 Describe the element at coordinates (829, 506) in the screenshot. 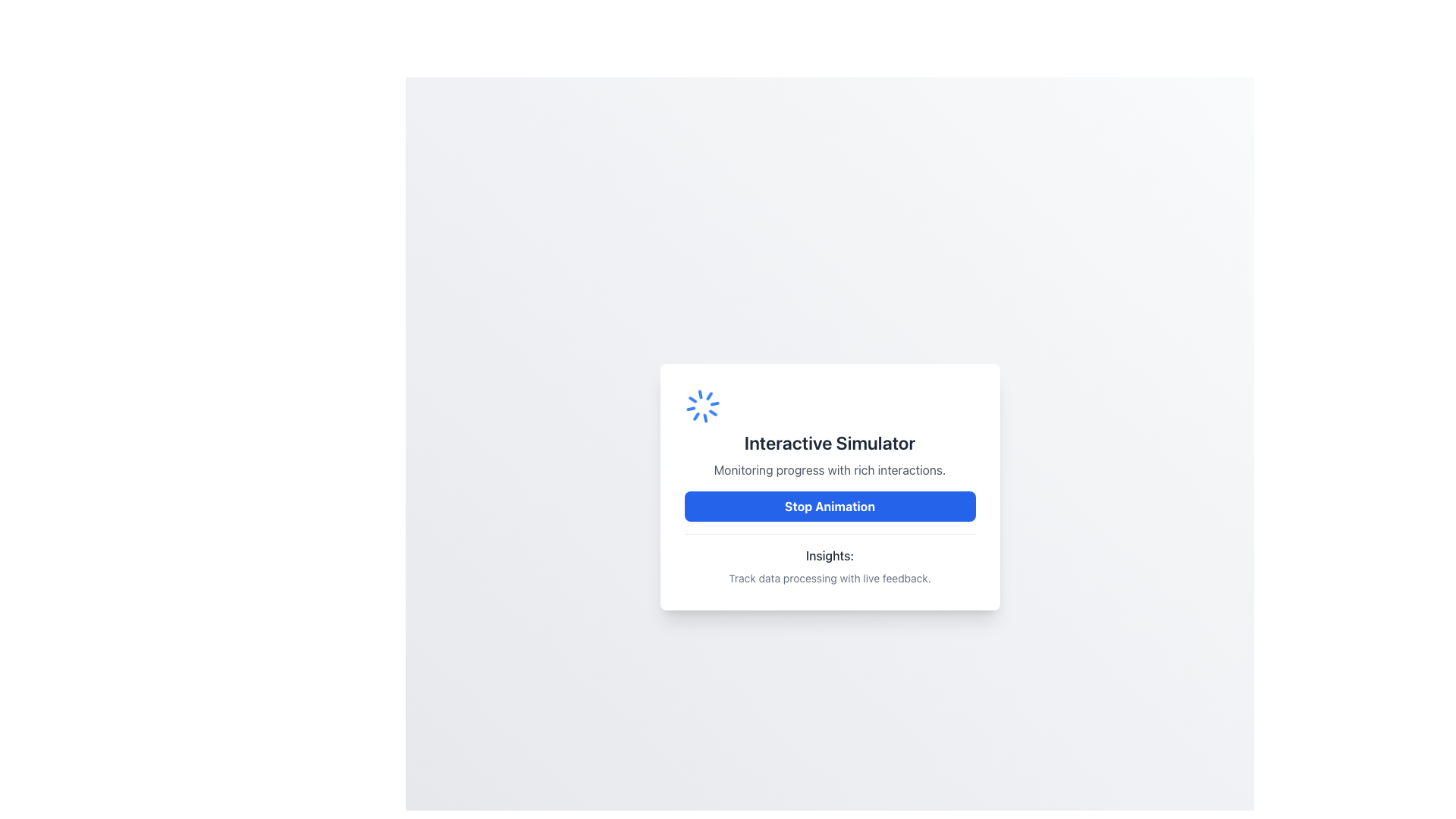

I see `the 'Stop Animation' button, which is a prominent wide button with bold white text on a vibrant blue background, positioned centrally between the 'Monitoring progress with rich interactions.' and 'Insights:' sections` at that location.